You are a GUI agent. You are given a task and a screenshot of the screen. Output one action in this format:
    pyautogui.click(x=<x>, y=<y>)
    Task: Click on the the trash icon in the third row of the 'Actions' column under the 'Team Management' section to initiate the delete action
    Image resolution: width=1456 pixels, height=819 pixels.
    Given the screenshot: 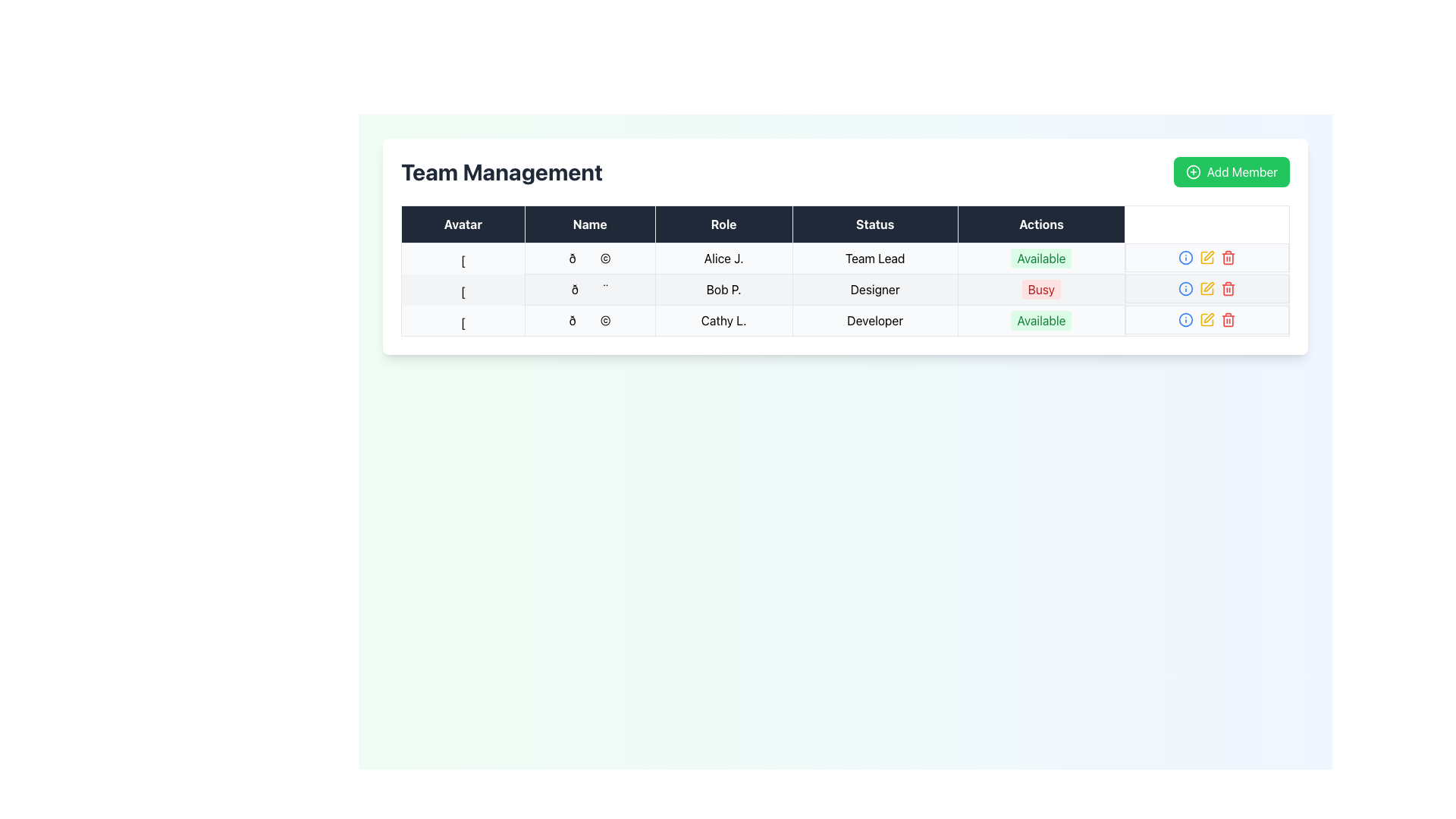 What is the action you would take?
    pyautogui.click(x=1228, y=258)
    